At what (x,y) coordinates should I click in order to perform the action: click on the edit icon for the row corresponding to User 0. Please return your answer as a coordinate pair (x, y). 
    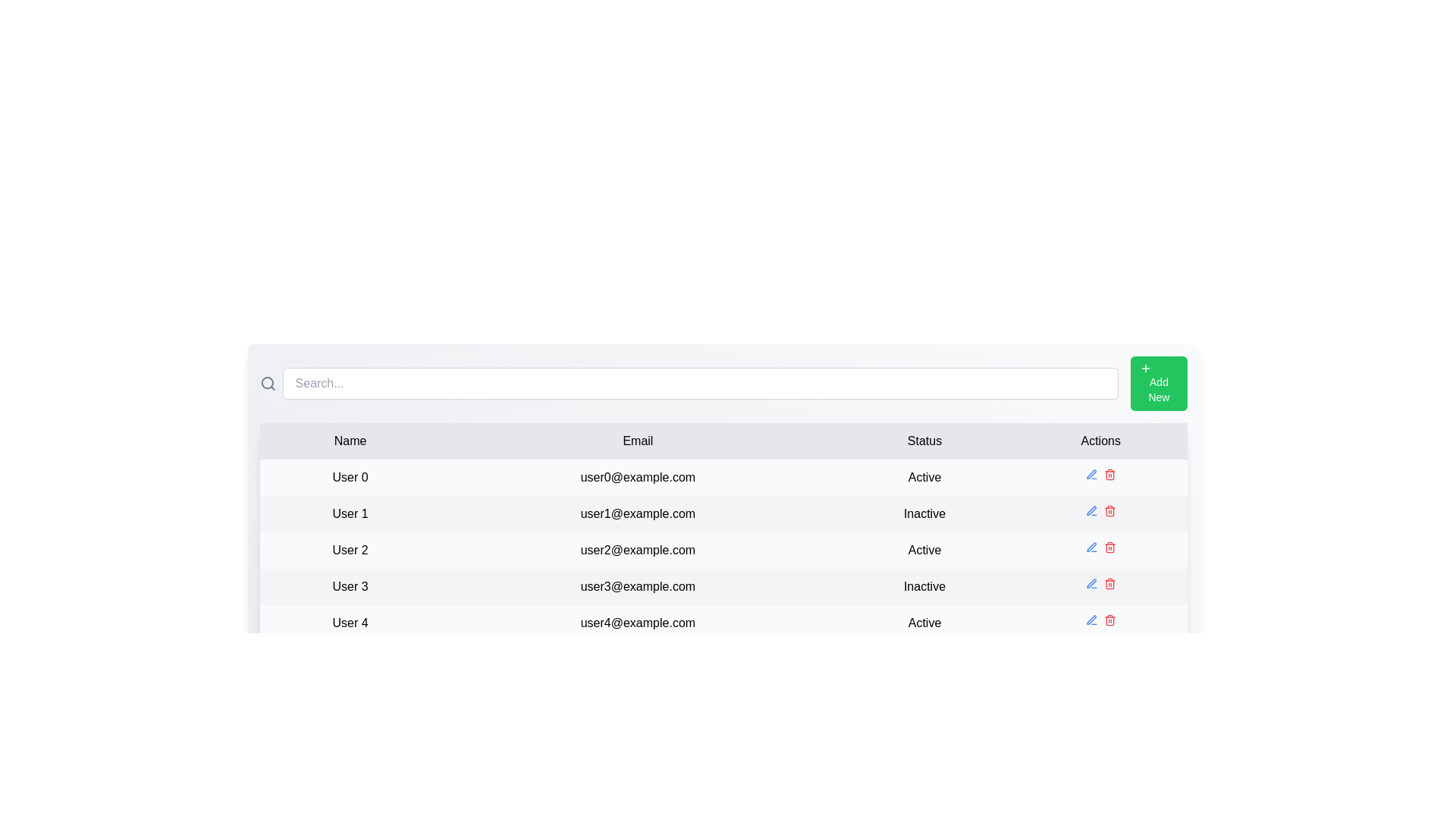
    Looking at the image, I should click on (1090, 473).